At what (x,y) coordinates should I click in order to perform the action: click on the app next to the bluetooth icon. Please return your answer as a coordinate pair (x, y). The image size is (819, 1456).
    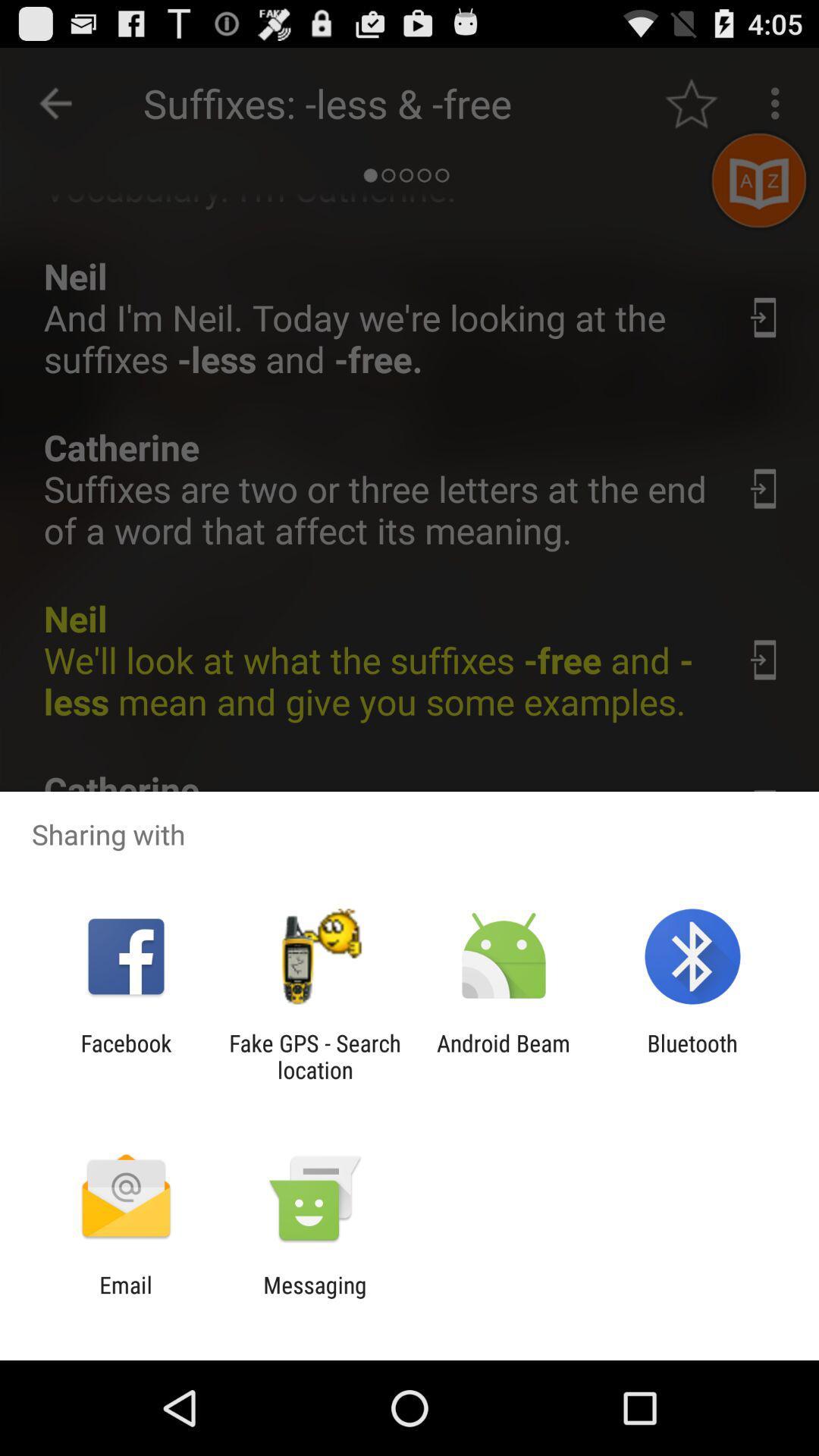
    Looking at the image, I should click on (504, 1056).